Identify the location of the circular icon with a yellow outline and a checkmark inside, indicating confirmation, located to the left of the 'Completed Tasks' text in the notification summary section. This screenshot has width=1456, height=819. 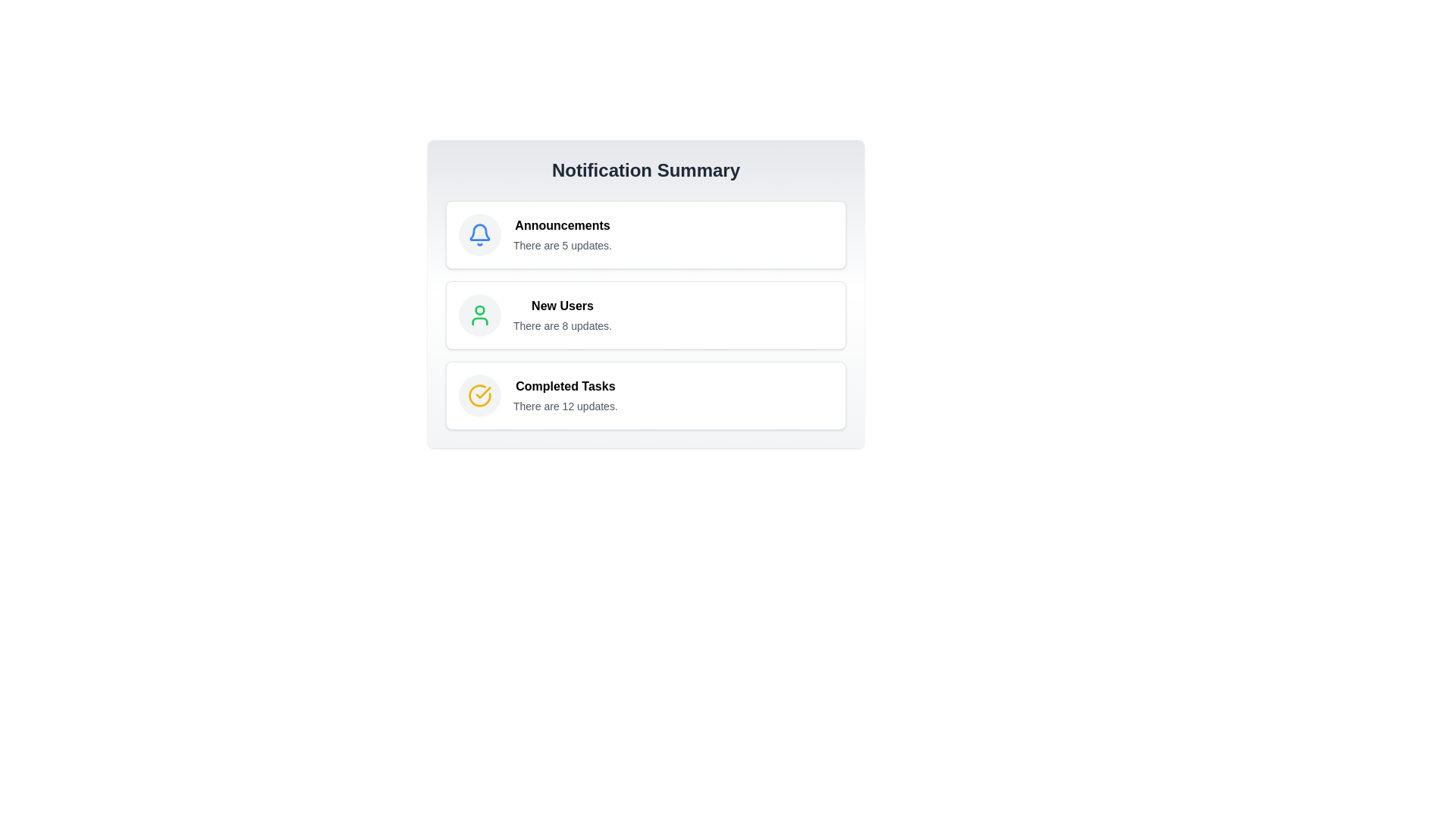
(479, 394).